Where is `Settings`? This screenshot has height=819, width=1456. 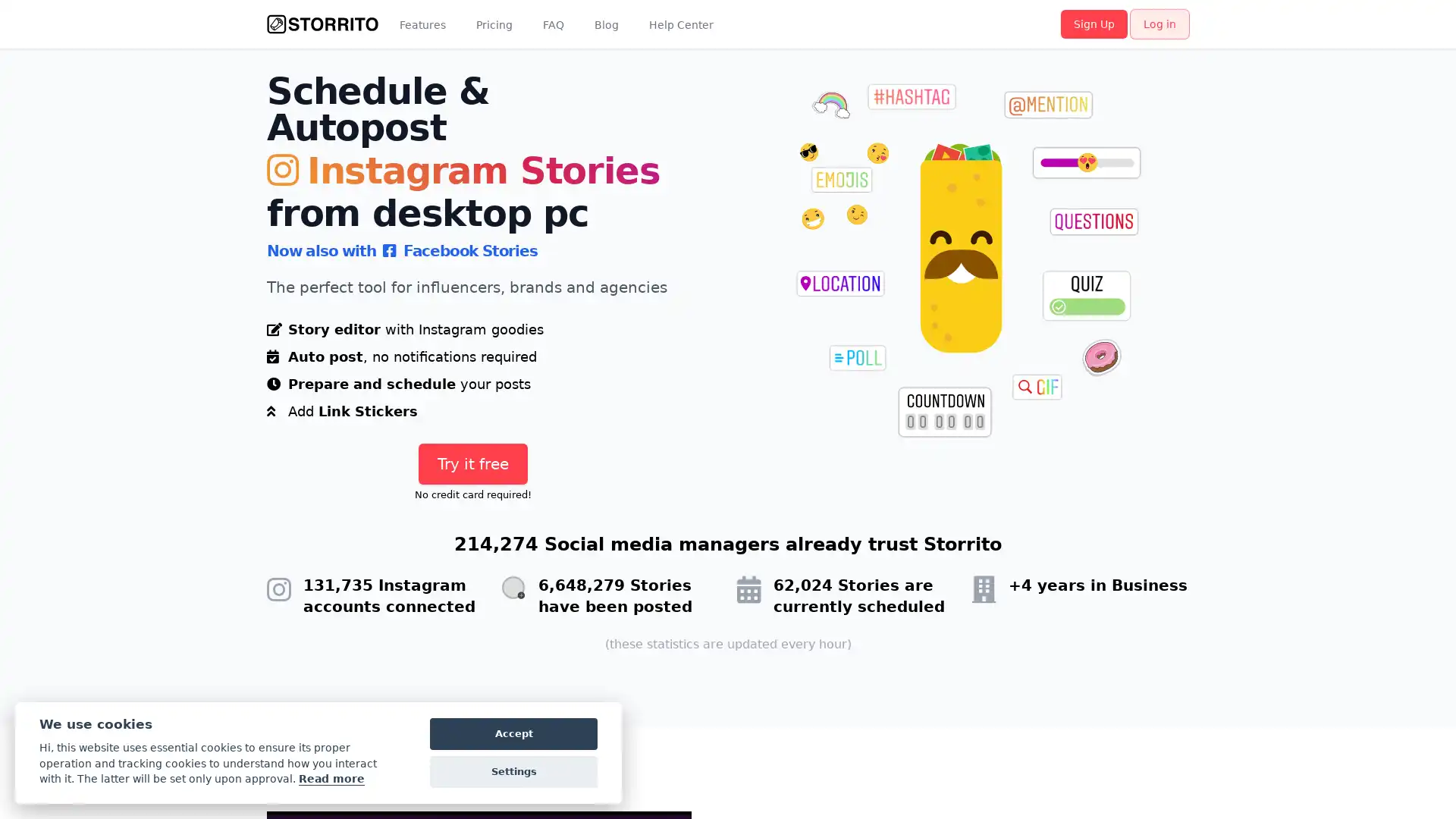
Settings is located at coordinates (513, 772).